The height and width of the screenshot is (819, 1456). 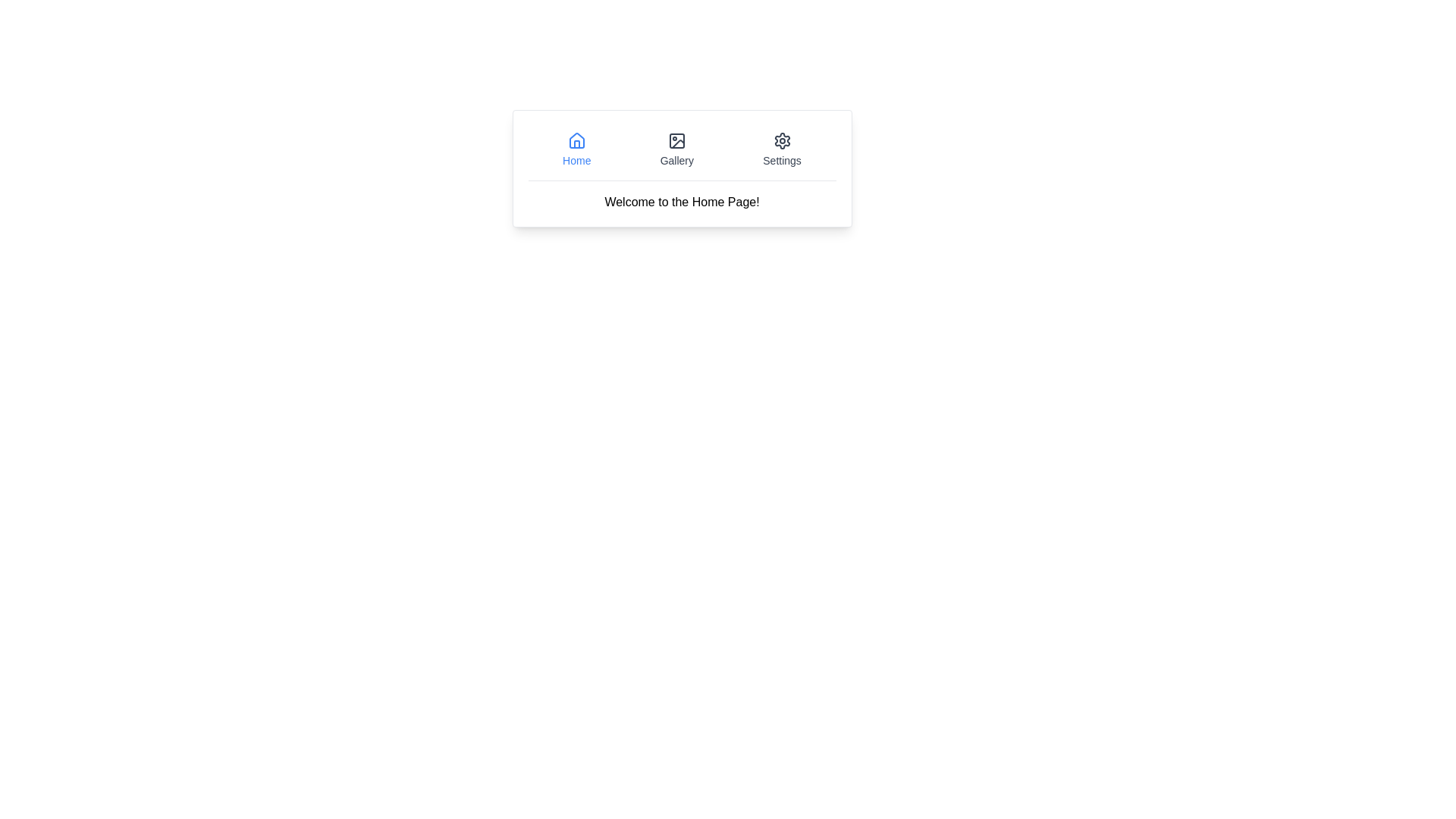 I want to click on the background rectangle of the 'Gallery' icon, which is the second icon in the horizontally aligned navigation bar, so click(x=676, y=140).